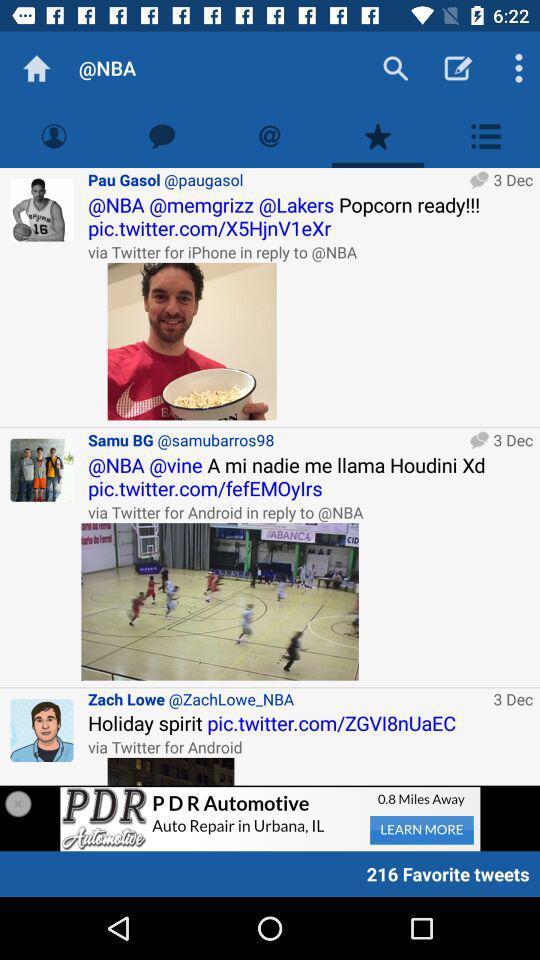  I want to click on item above nba vine a item, so click(274, 440).